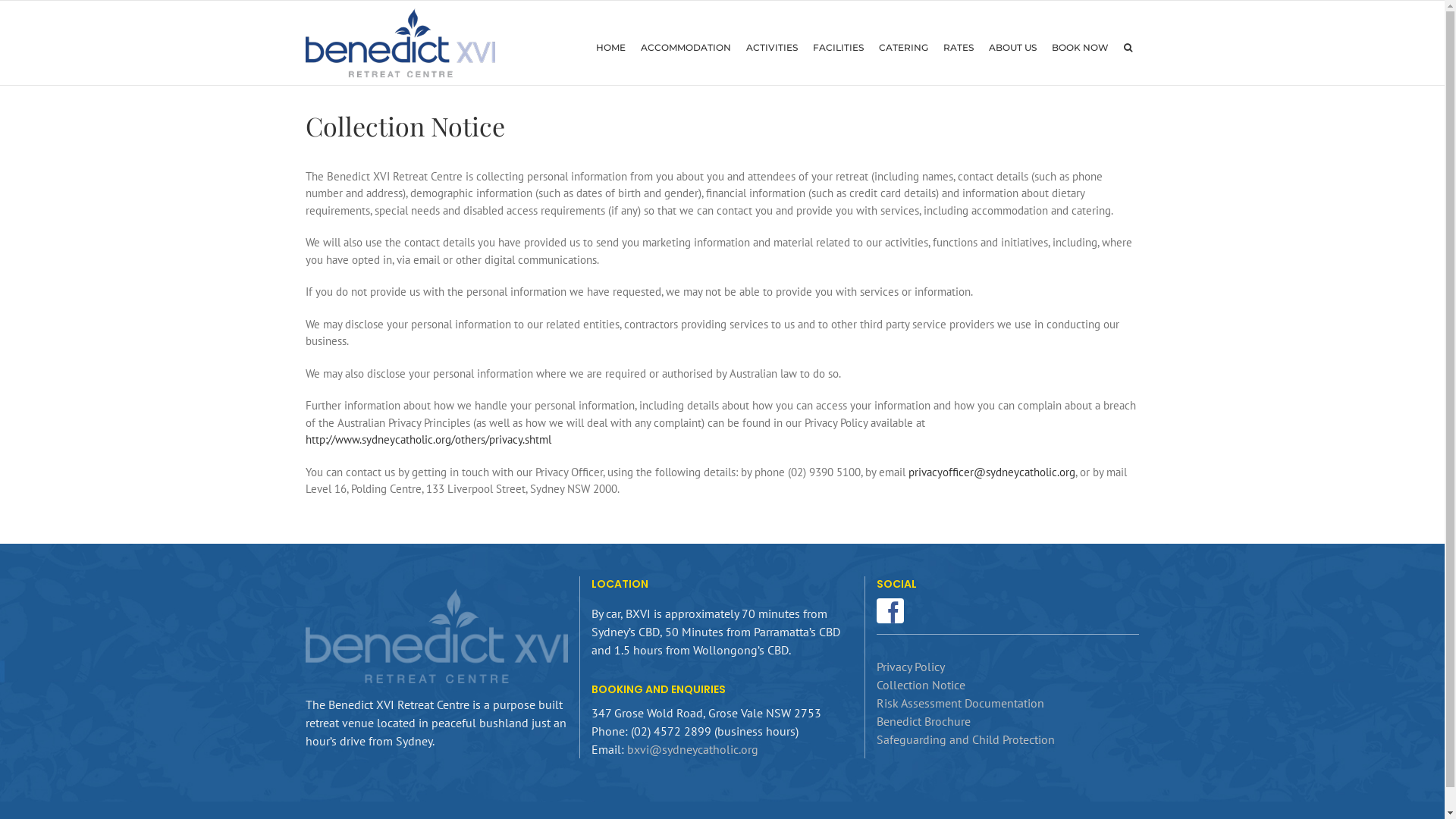  Describe the element at coordinates (877, 739) in the screenshot. I see `'Safeguarding and Child Protection'` at that location.